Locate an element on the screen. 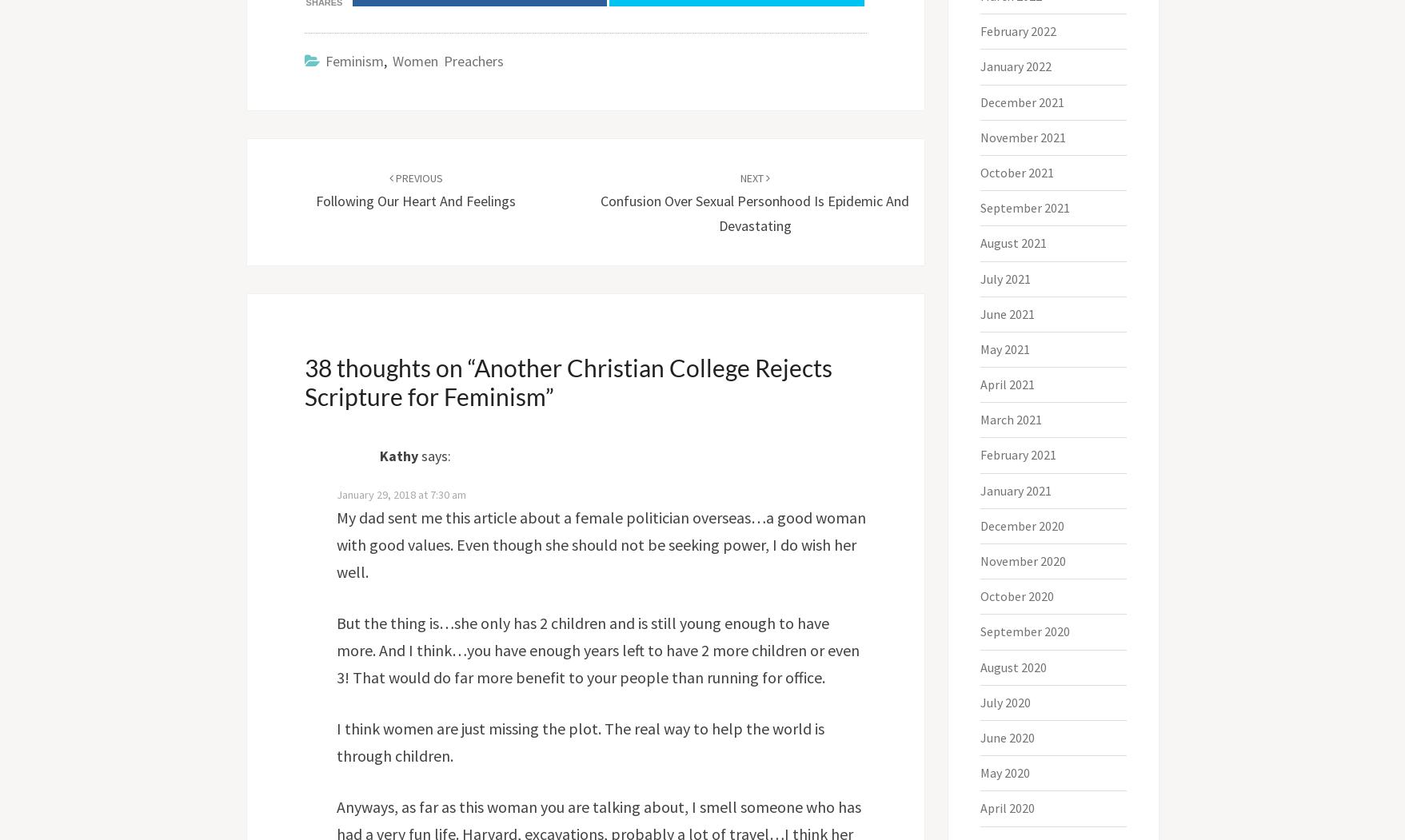 The height and width of the screenshot is (840, 1405). 'January 2021' is located at coordinates (1016, 489).